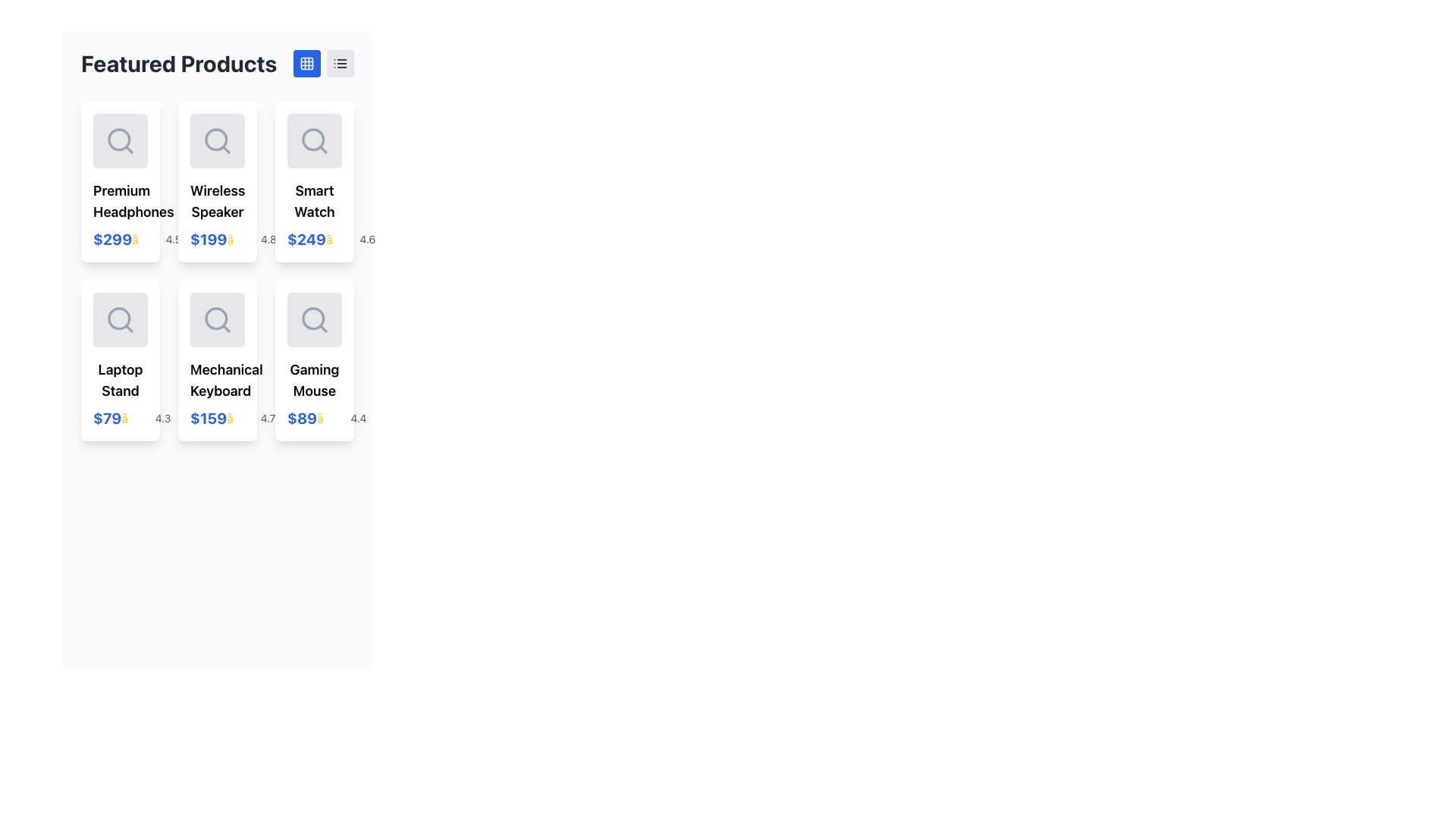 Image resolution: width=1456 pixels, height=819 pixels. I want to click on the search or zoom icon located on the product card labeled 'Gaming Mouse', positioned in the lower-right portion of the grid layout, directly above the price and rating text, so click(313, 318).